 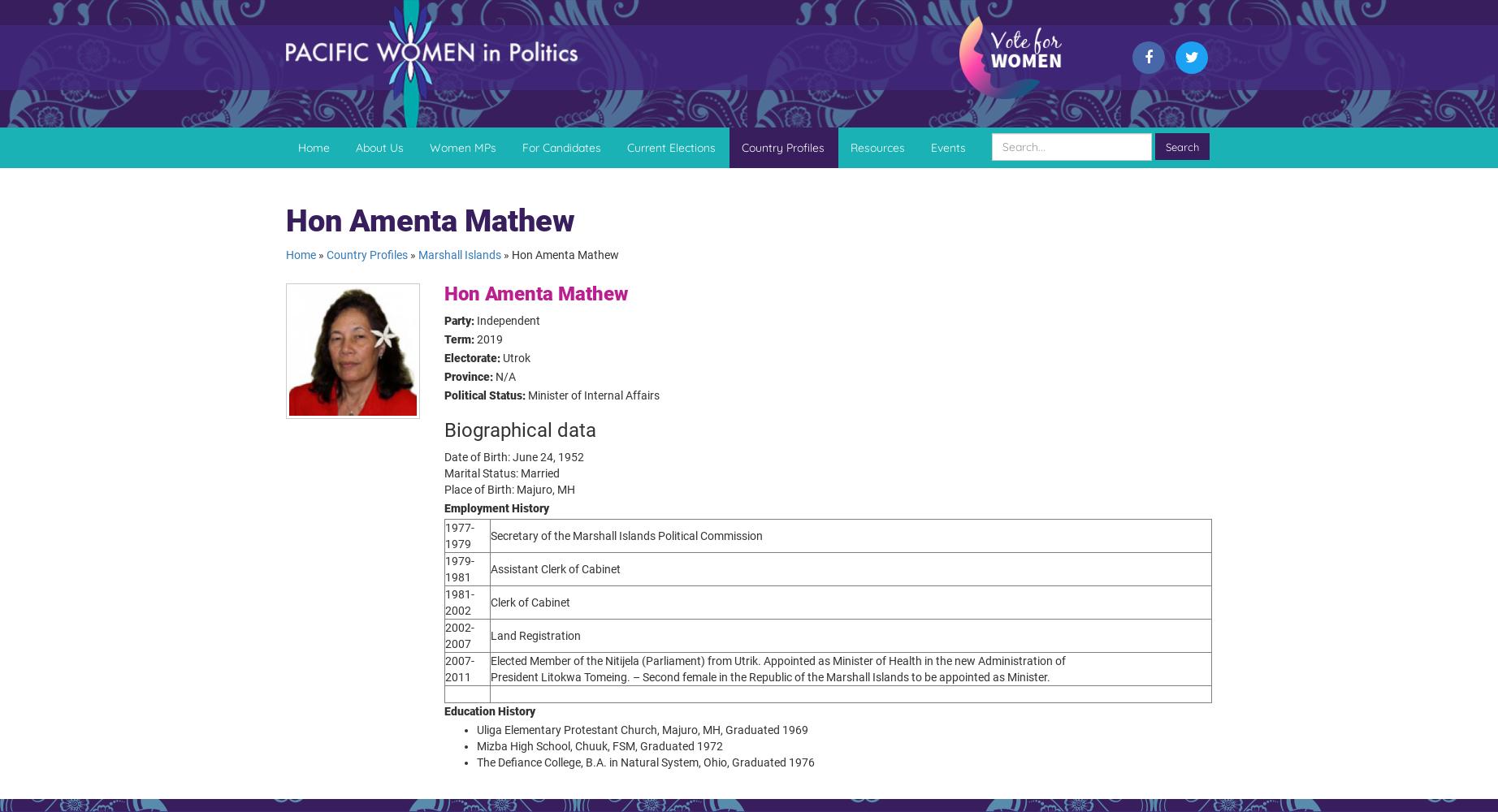 What do you see at coordinates (581, 730) in the screenshot?
I see `'Elementary Protestant Church,'` at bounding box center [581, 730].